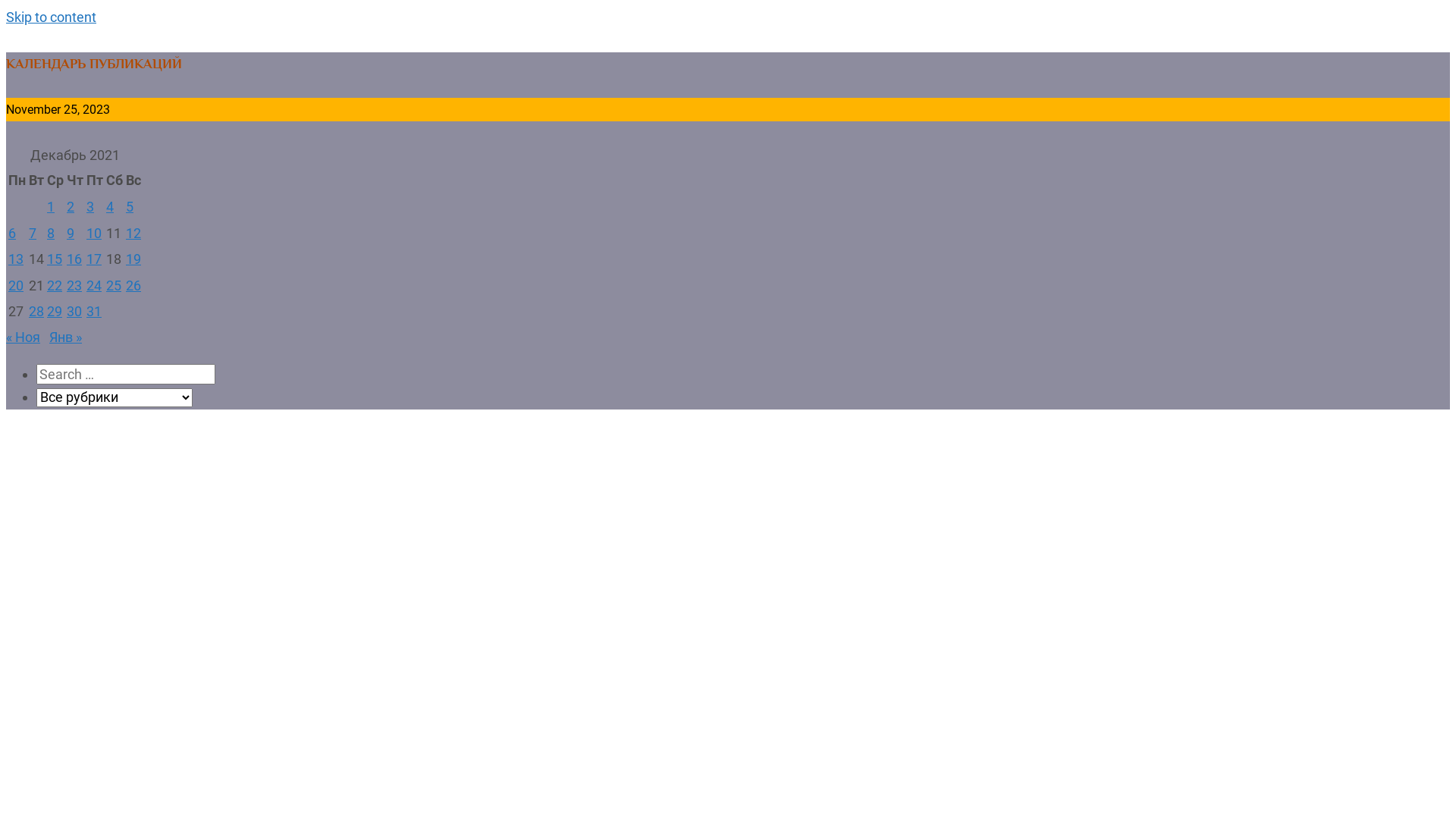  I want to click on '24', so click(93, 285).